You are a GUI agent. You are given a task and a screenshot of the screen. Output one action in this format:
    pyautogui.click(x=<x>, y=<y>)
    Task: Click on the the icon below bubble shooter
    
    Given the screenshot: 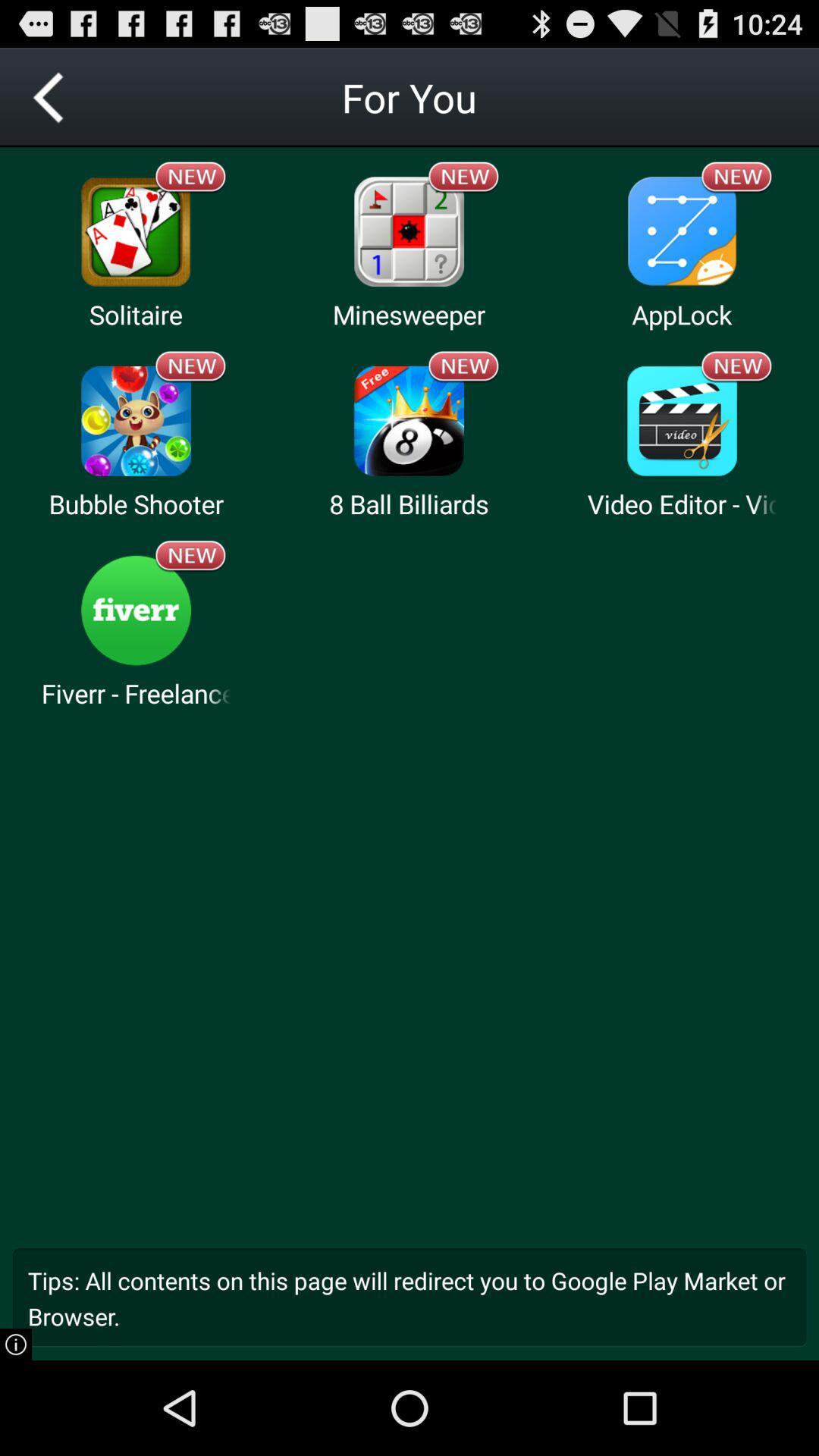 What is the action you would take?
    pyautogui.click(x=135, y=610)
    